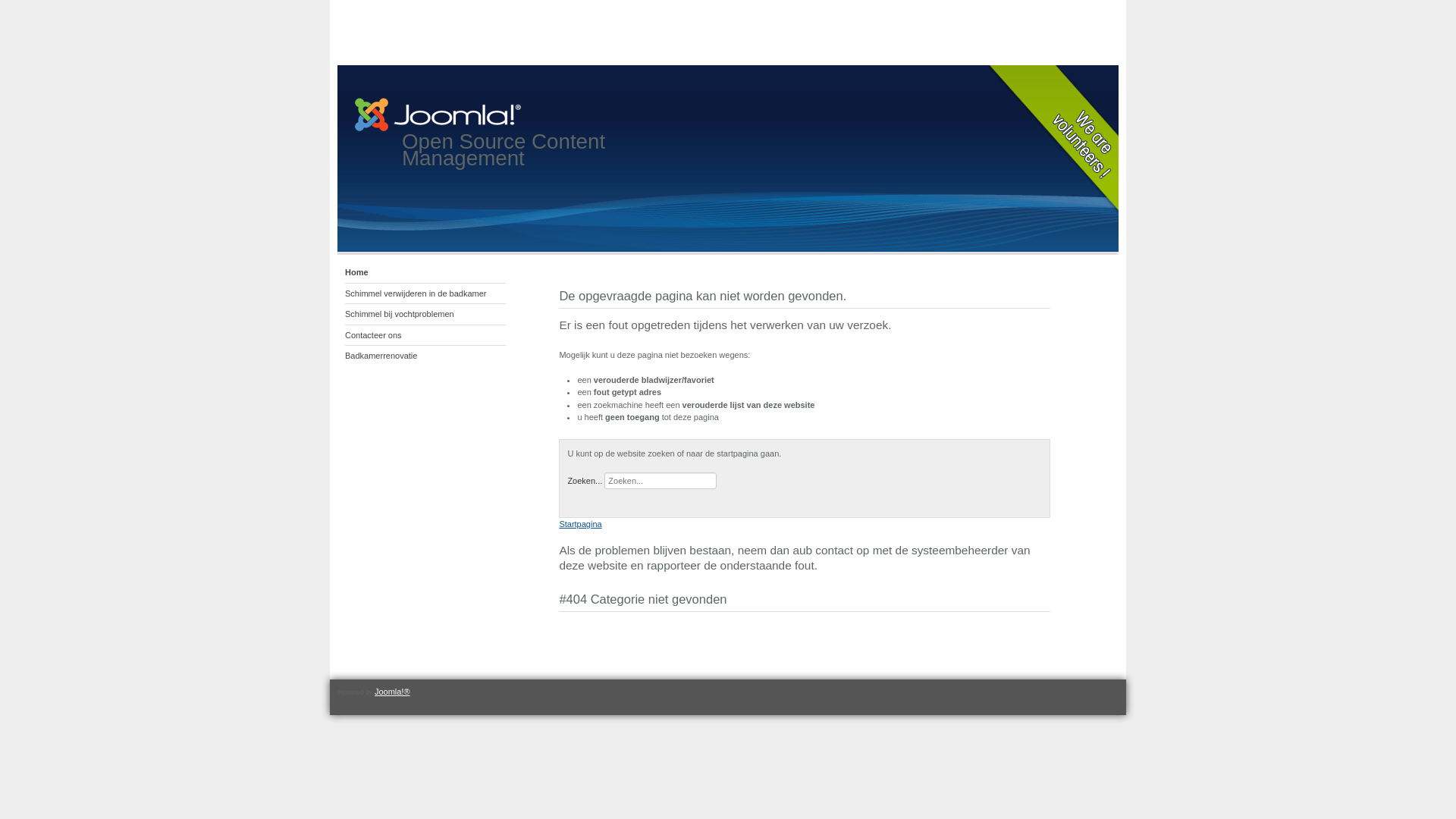  Describe the element at coordinates (425, 271) in the screenshot. I see `'Home'` at that location.